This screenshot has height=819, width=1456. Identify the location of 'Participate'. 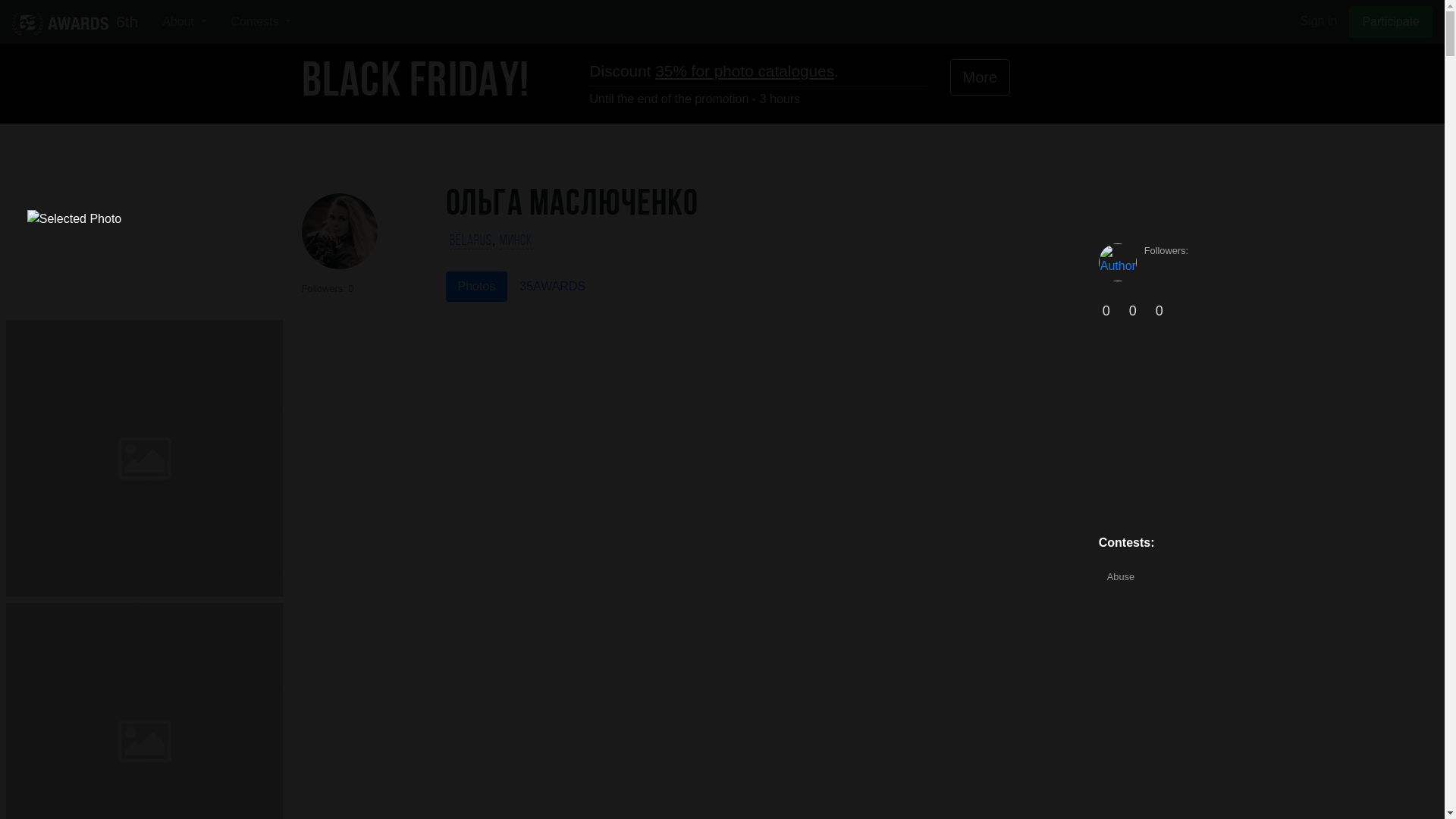
(1349, 22).